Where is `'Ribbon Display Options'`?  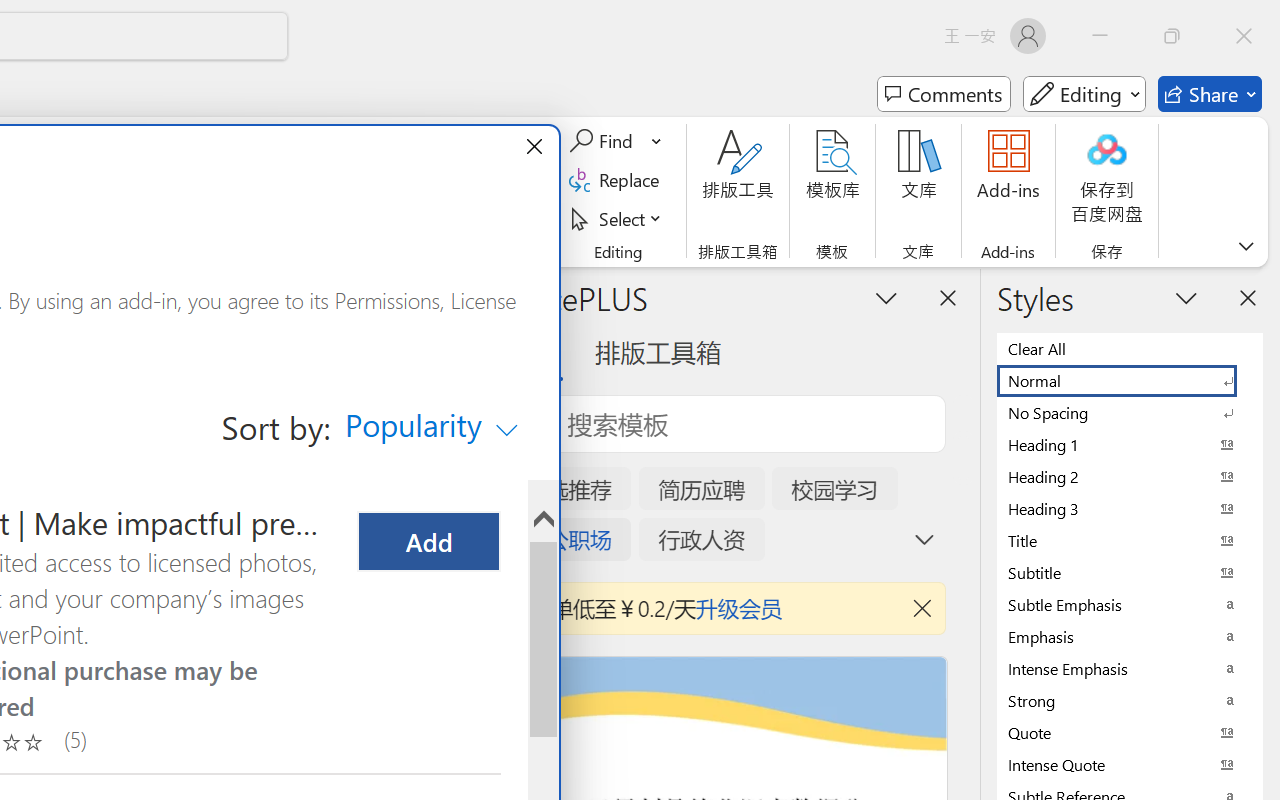 'Ribbon Display Options' is located at coordinates (1245, 245).